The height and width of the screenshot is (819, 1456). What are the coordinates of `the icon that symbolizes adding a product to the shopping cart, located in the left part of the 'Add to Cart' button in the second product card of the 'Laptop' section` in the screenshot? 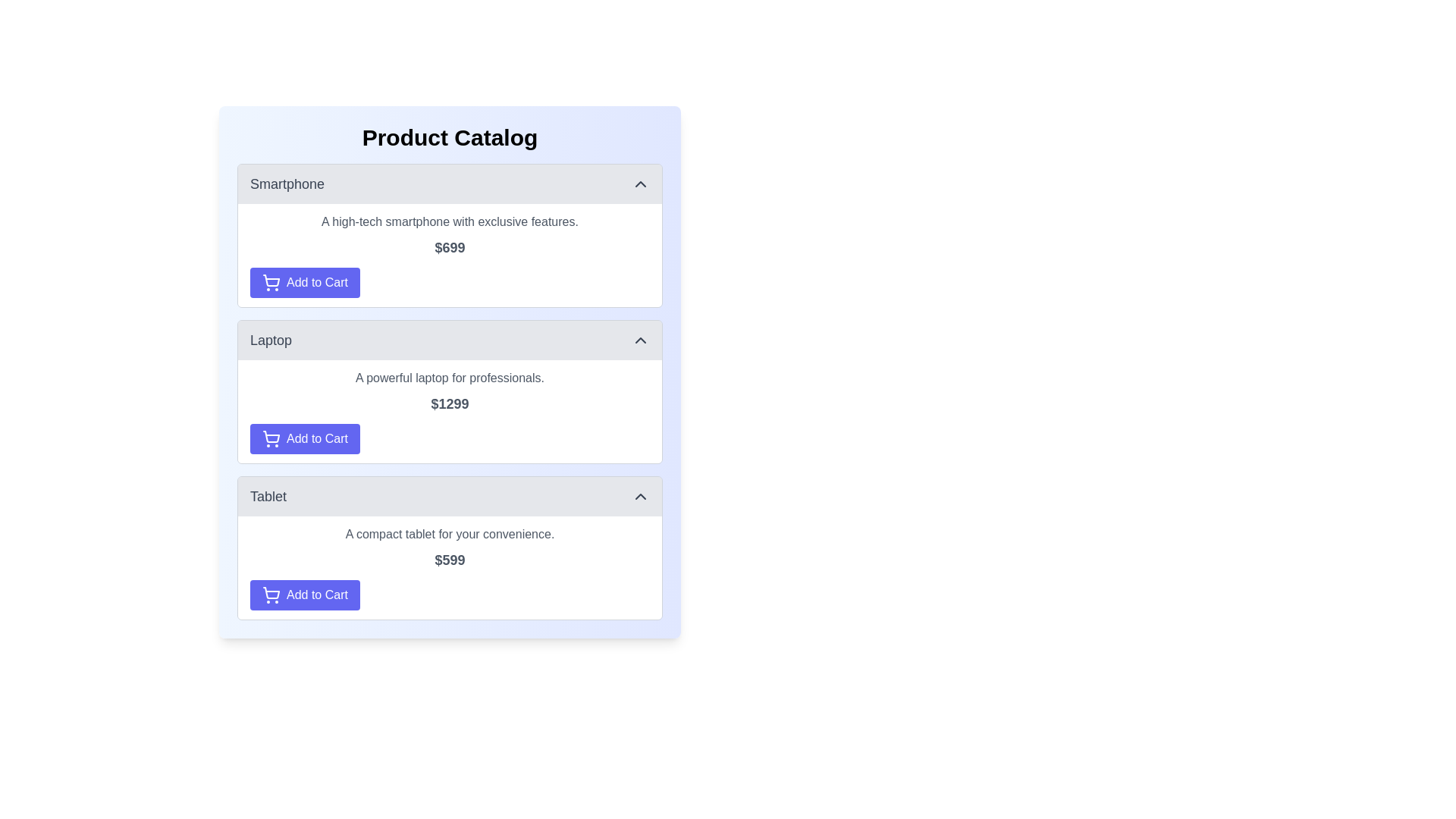 It's located at (271, 438).